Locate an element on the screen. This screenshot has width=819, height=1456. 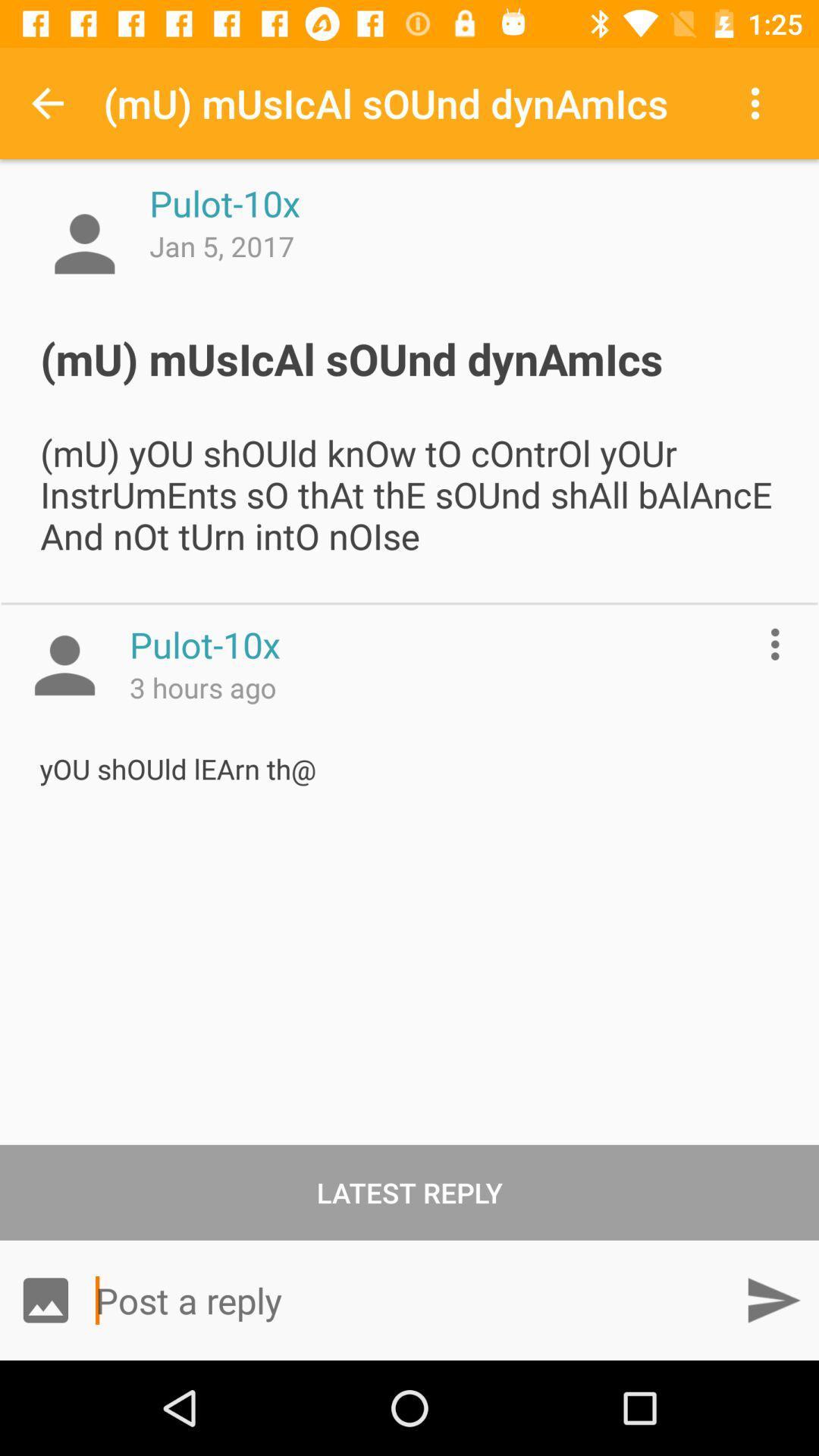
the item at the top right corner is located at coordinates (759, 102).